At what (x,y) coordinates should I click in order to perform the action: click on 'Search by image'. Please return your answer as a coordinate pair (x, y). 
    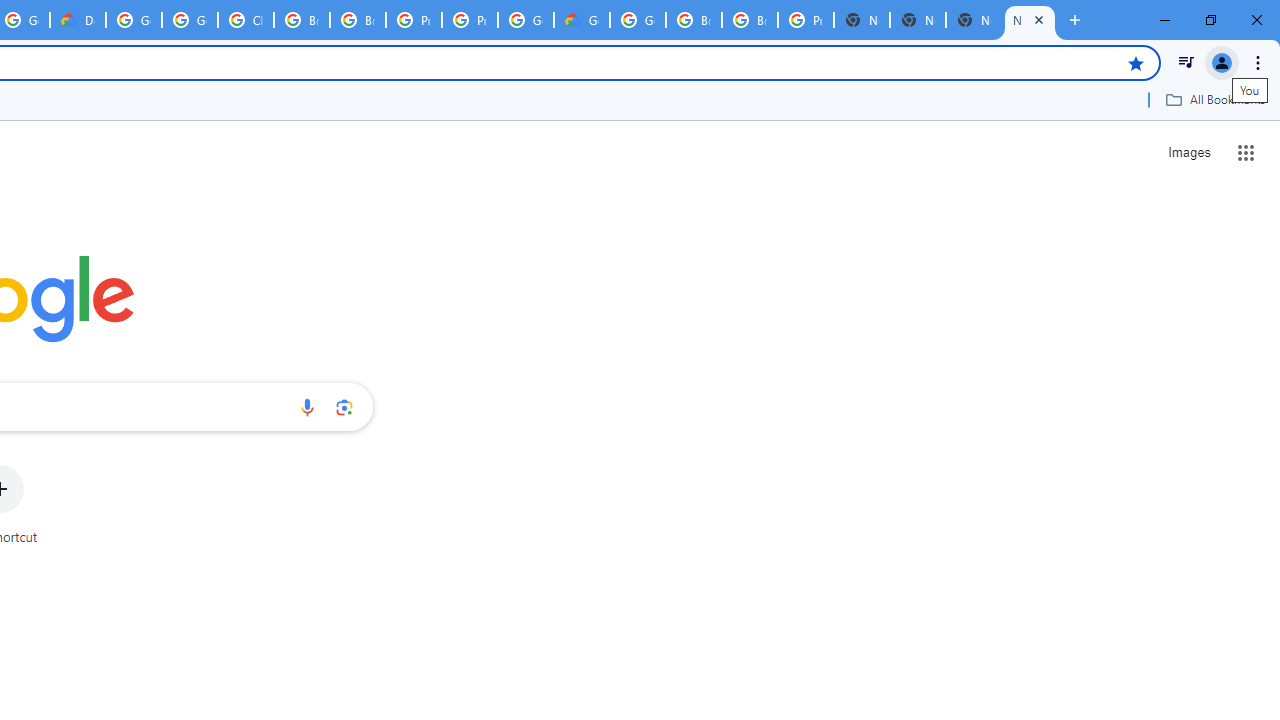
    Looking at the image, I should click on (344, 406).